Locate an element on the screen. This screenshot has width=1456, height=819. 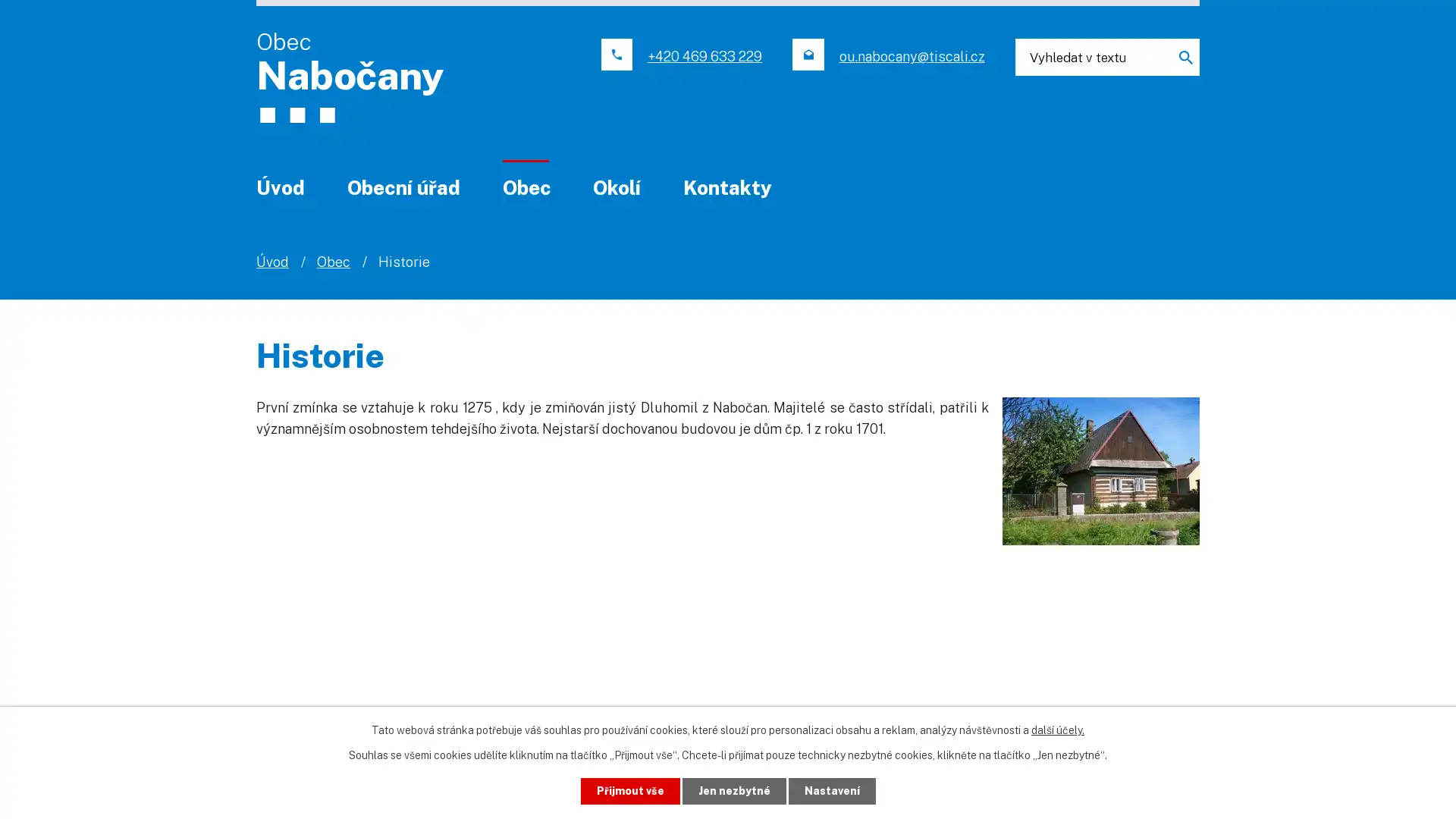
Hledat is located at coordinates (1178, 56).